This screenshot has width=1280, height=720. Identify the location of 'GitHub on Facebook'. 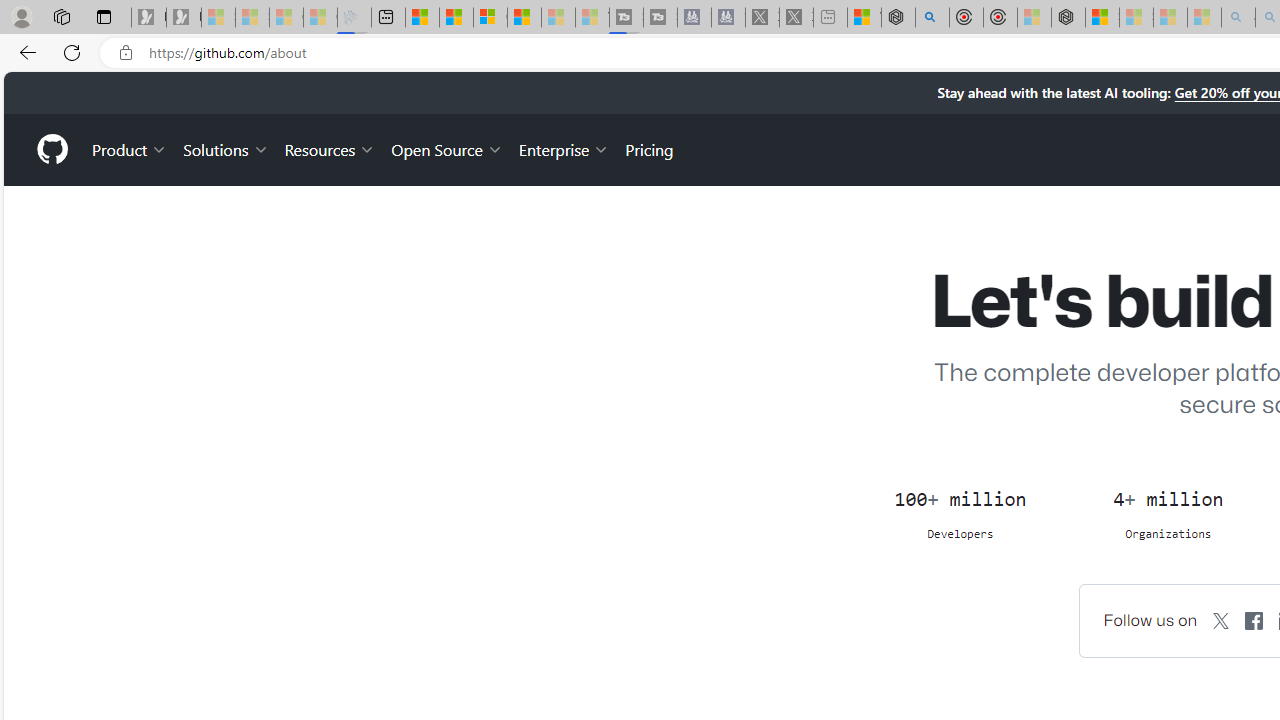
(1254, 619).